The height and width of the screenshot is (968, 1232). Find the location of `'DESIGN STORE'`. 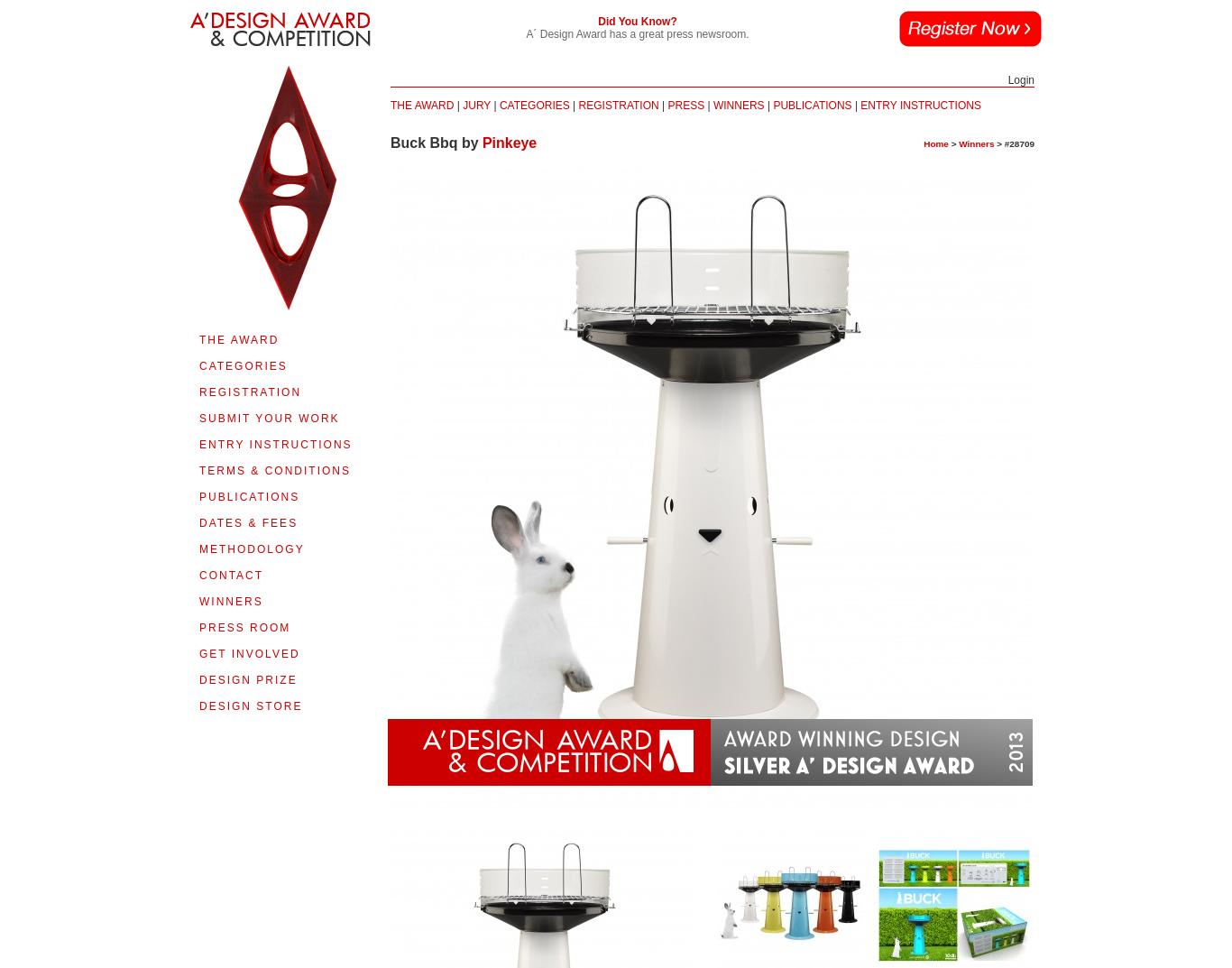

'DESIGN STORE' is located at coordinates (250, 705).